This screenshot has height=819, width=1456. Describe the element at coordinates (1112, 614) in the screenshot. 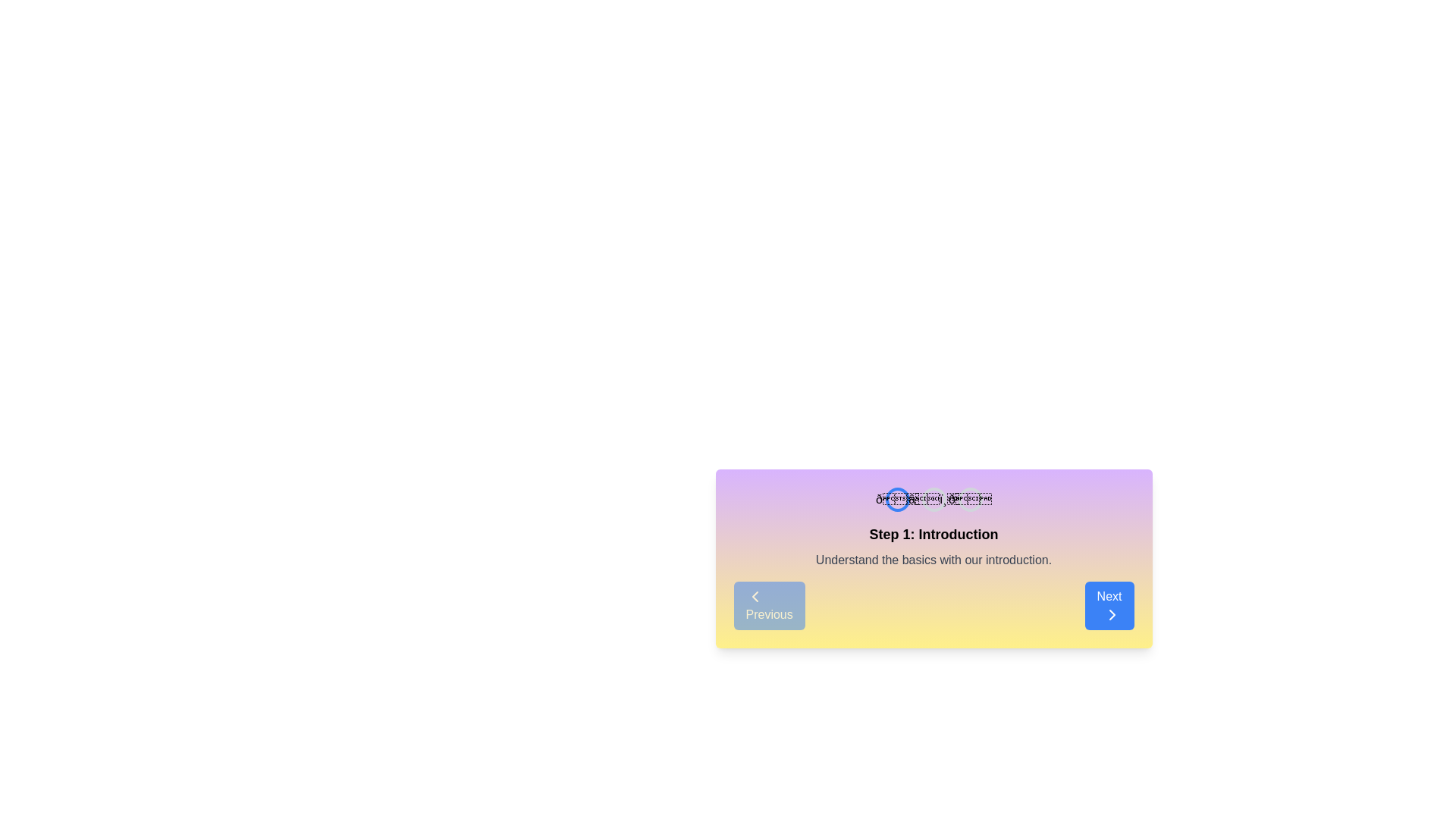

I see `the rightward chevron arrow icon located next to the 'Next' button in the navigation bar` at that location.